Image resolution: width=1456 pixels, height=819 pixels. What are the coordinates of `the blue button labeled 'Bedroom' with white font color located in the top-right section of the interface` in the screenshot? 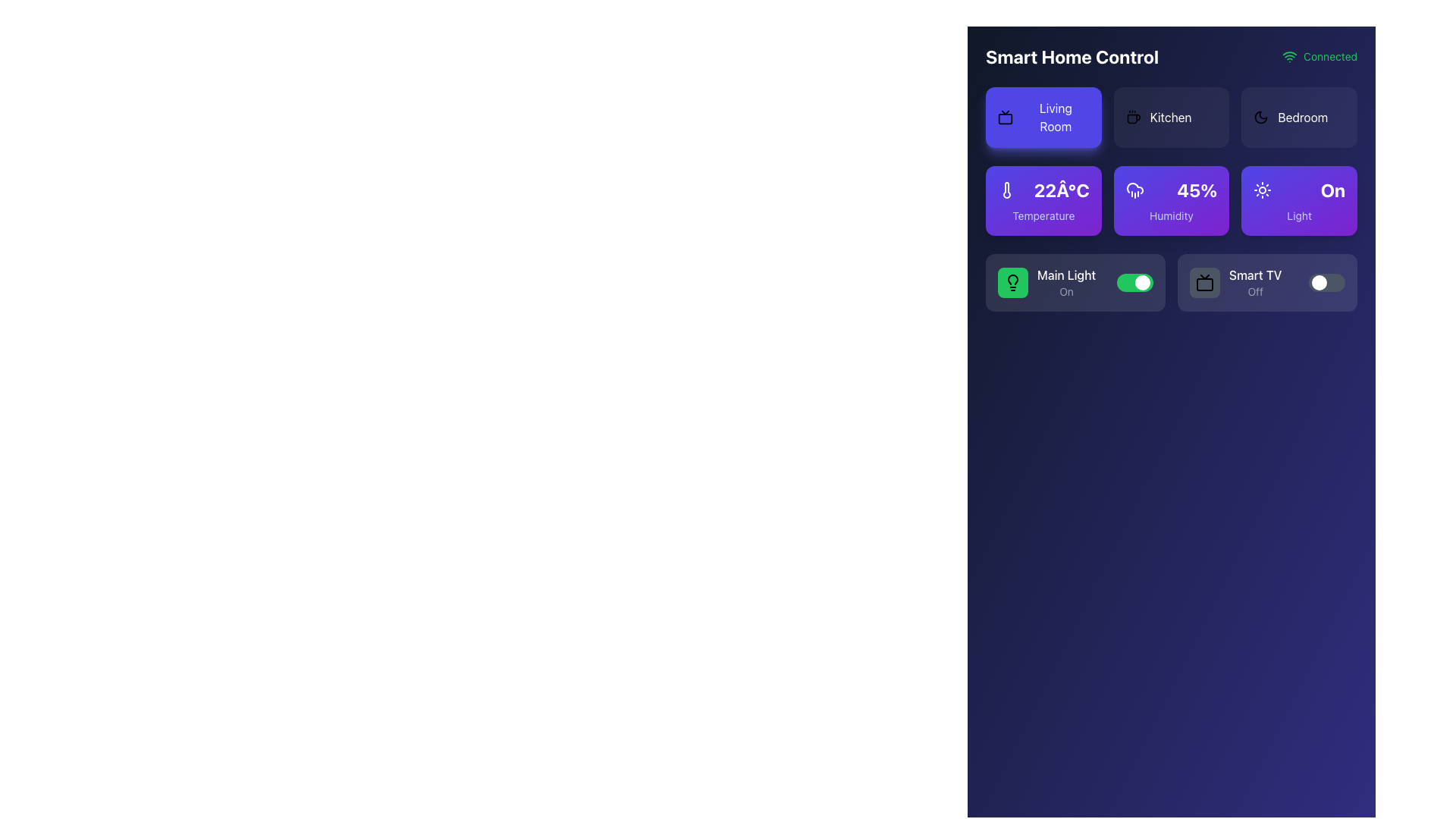 It's located at (1302, 116).